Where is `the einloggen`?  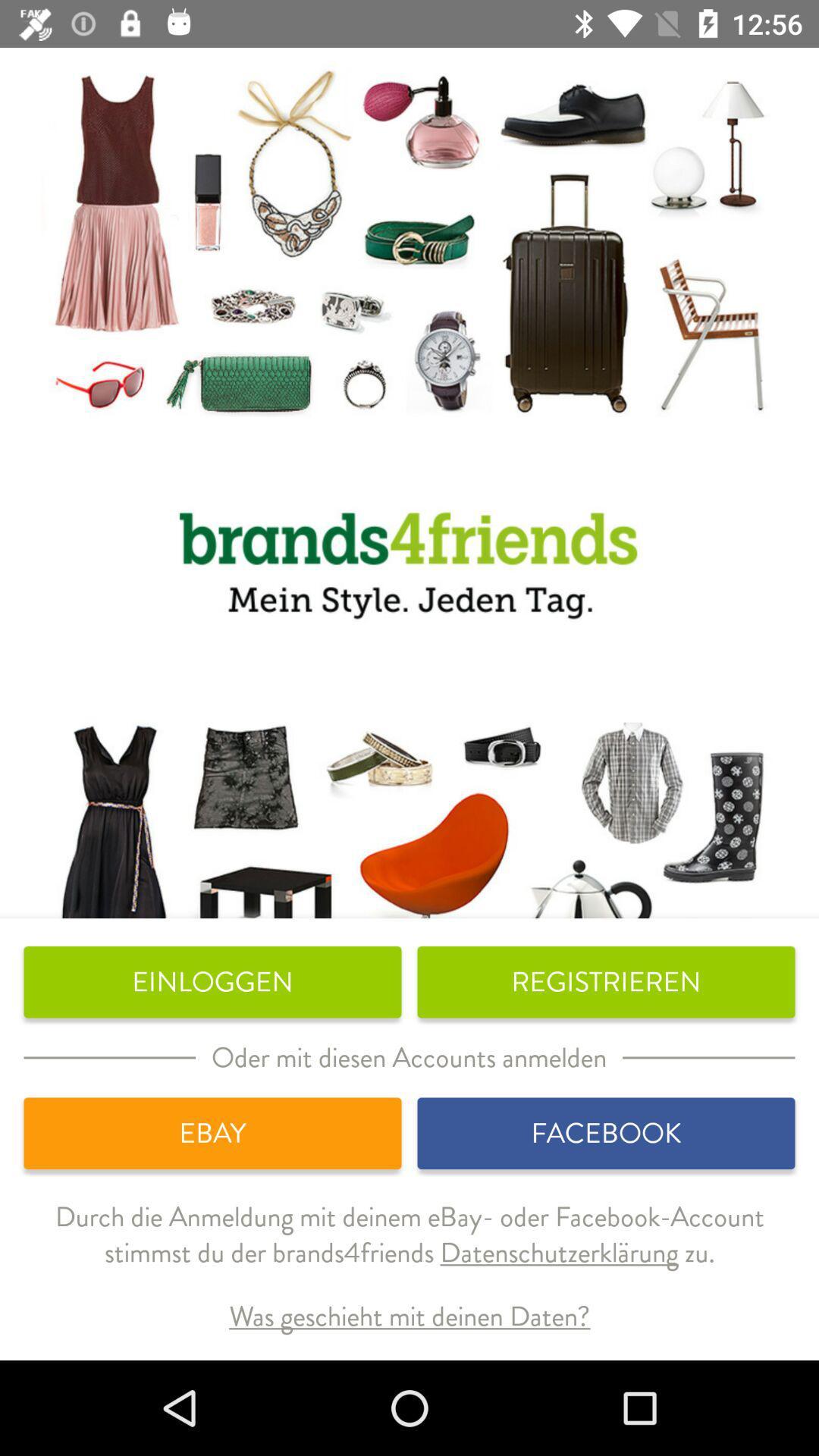 the einloggen is located at coordinates (212, 982).